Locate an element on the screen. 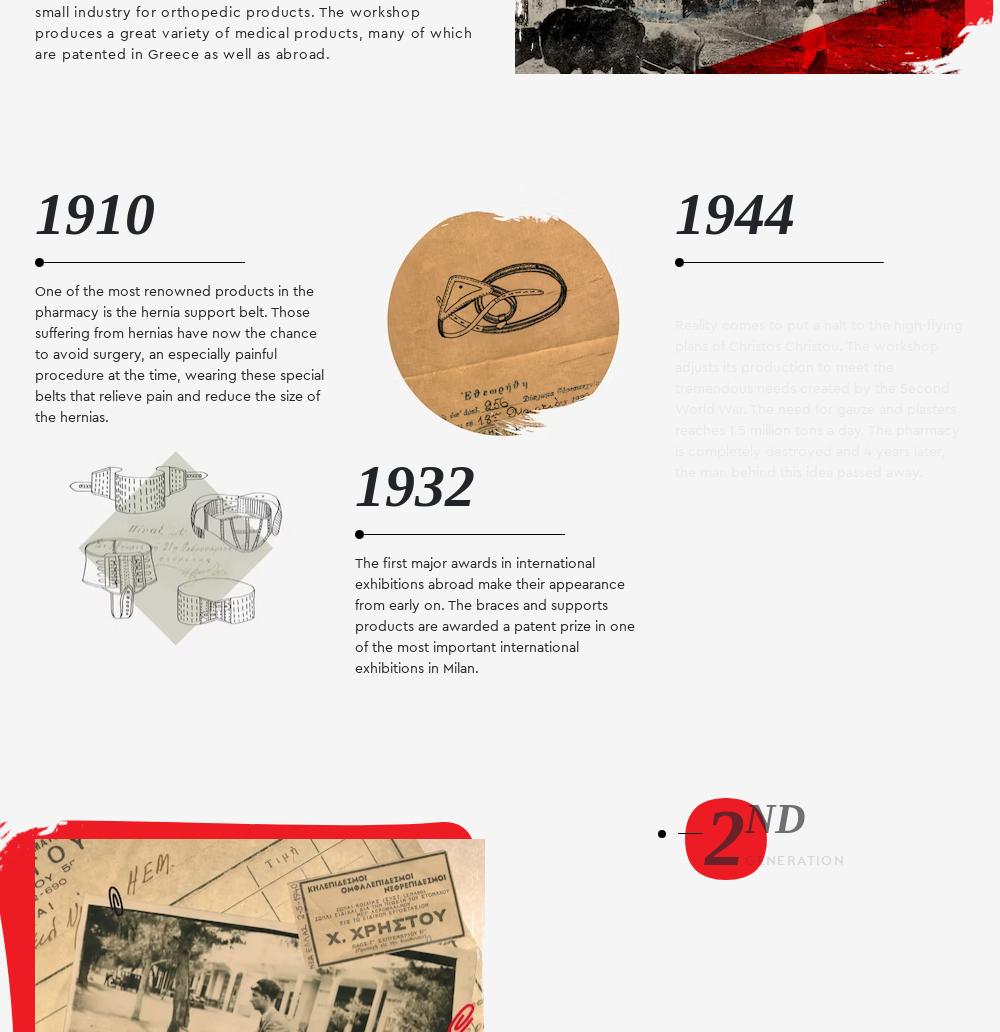 This screenshot has width=1000, height=1032. 'One of the most renowned products in the pharmacy is the hernia support belt. Those suffering from hernias have now the chance to avoid surgery, an especially painful procedure at the time, wearing these special belts that relieve pain and reduce the size of the hernias.' is located at coordinates (179, 353).